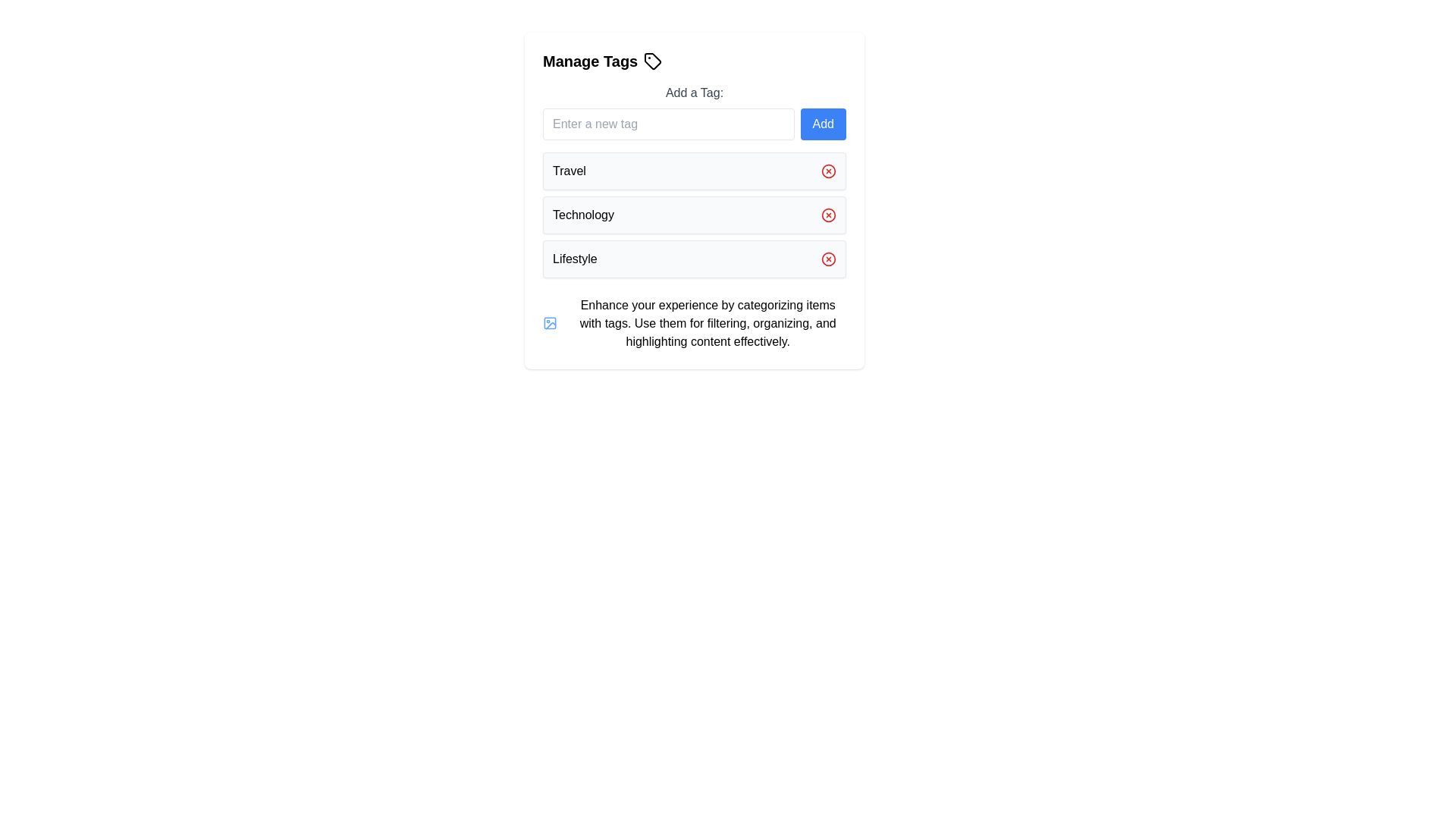  I want to click on the delete button located to the right of the 'Technology' tag, so click(828, 215).